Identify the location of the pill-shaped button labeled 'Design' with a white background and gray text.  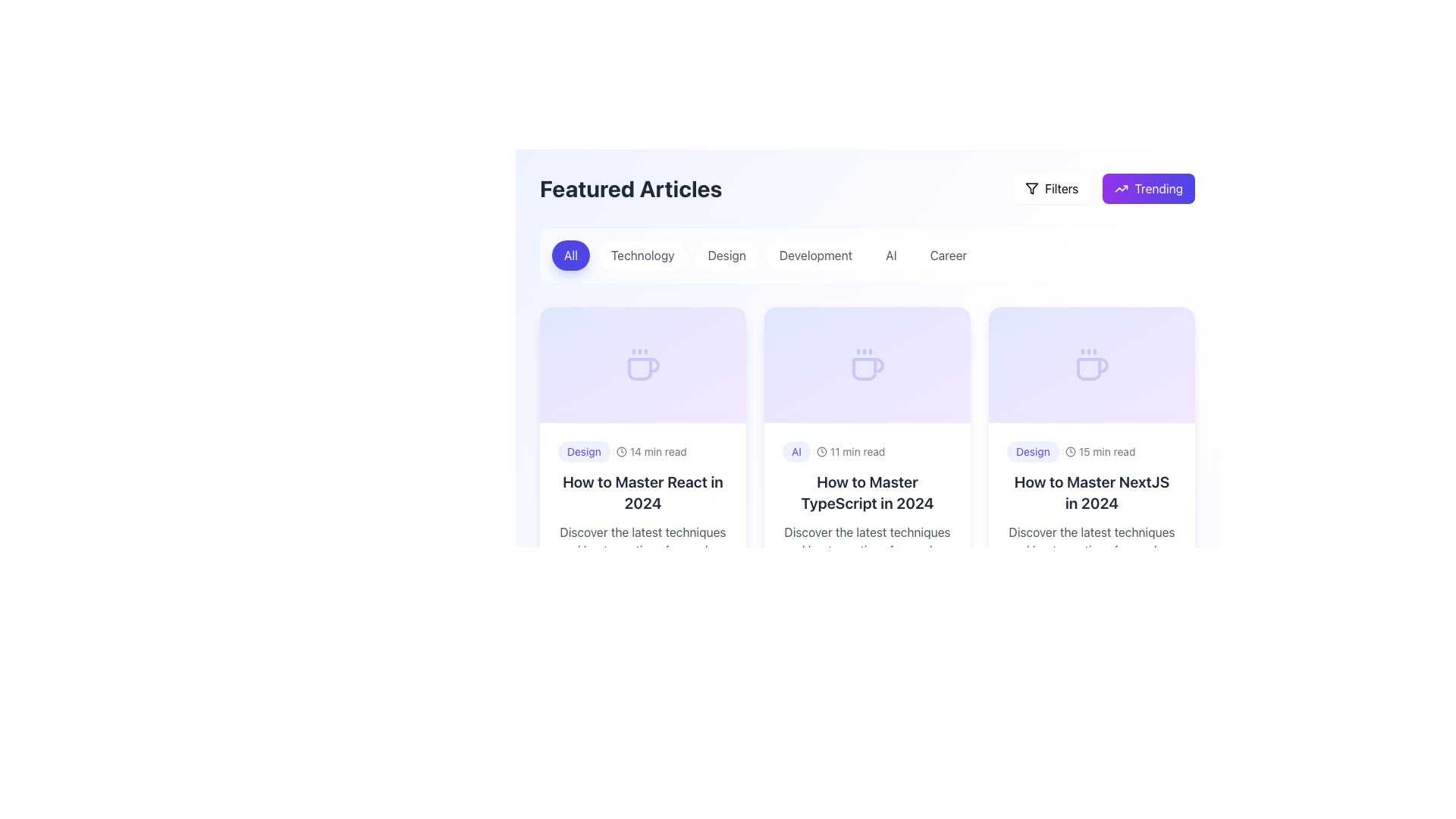
(726, 254).